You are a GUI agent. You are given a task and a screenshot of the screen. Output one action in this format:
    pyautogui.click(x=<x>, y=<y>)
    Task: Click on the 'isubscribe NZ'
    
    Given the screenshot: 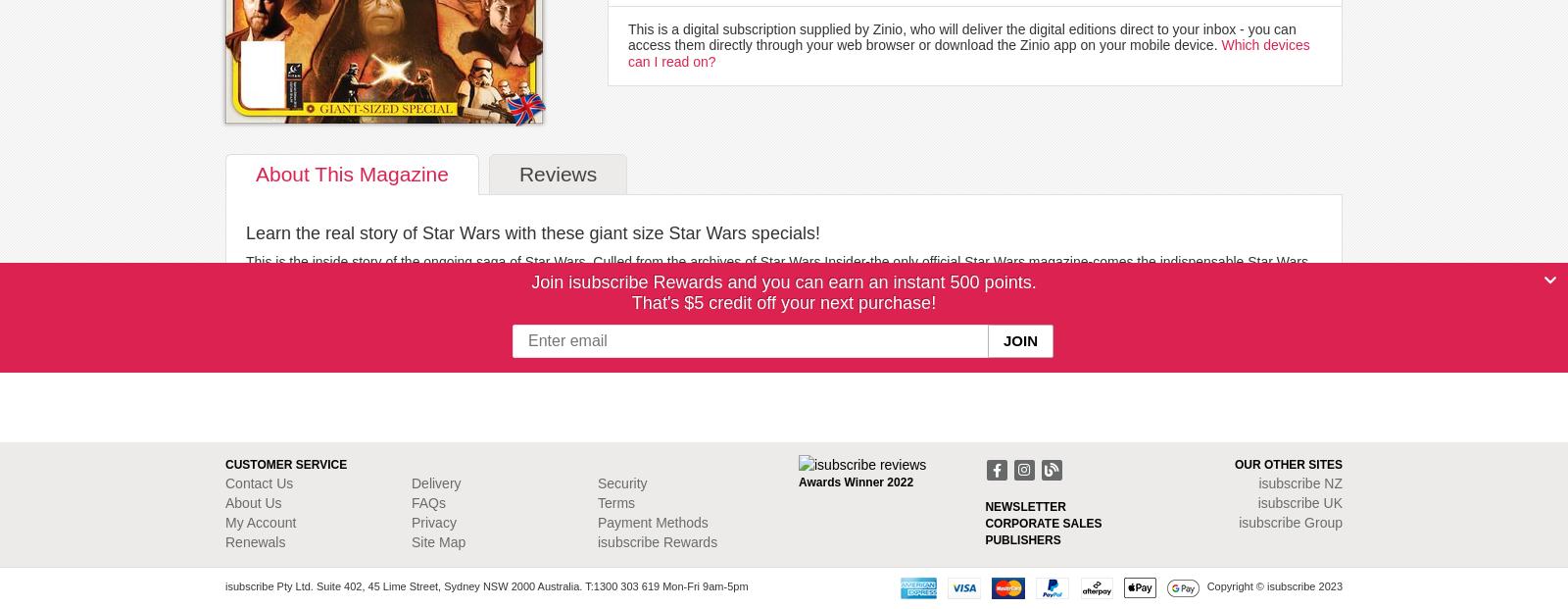 What is the action you would take?
    pyautogui.click(x=1299, y=482)
    